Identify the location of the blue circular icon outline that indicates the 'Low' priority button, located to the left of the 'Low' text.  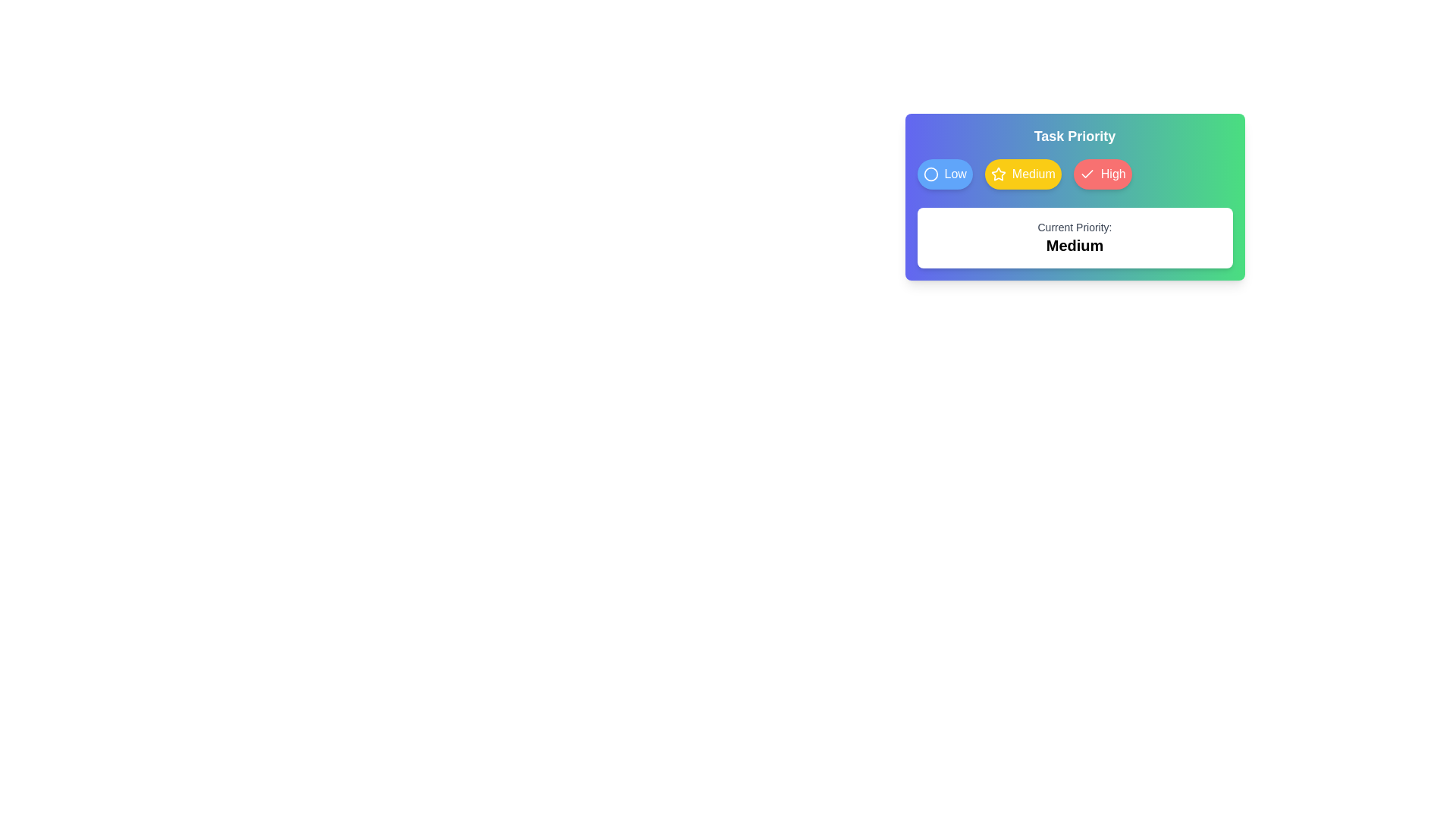
(930, 174).